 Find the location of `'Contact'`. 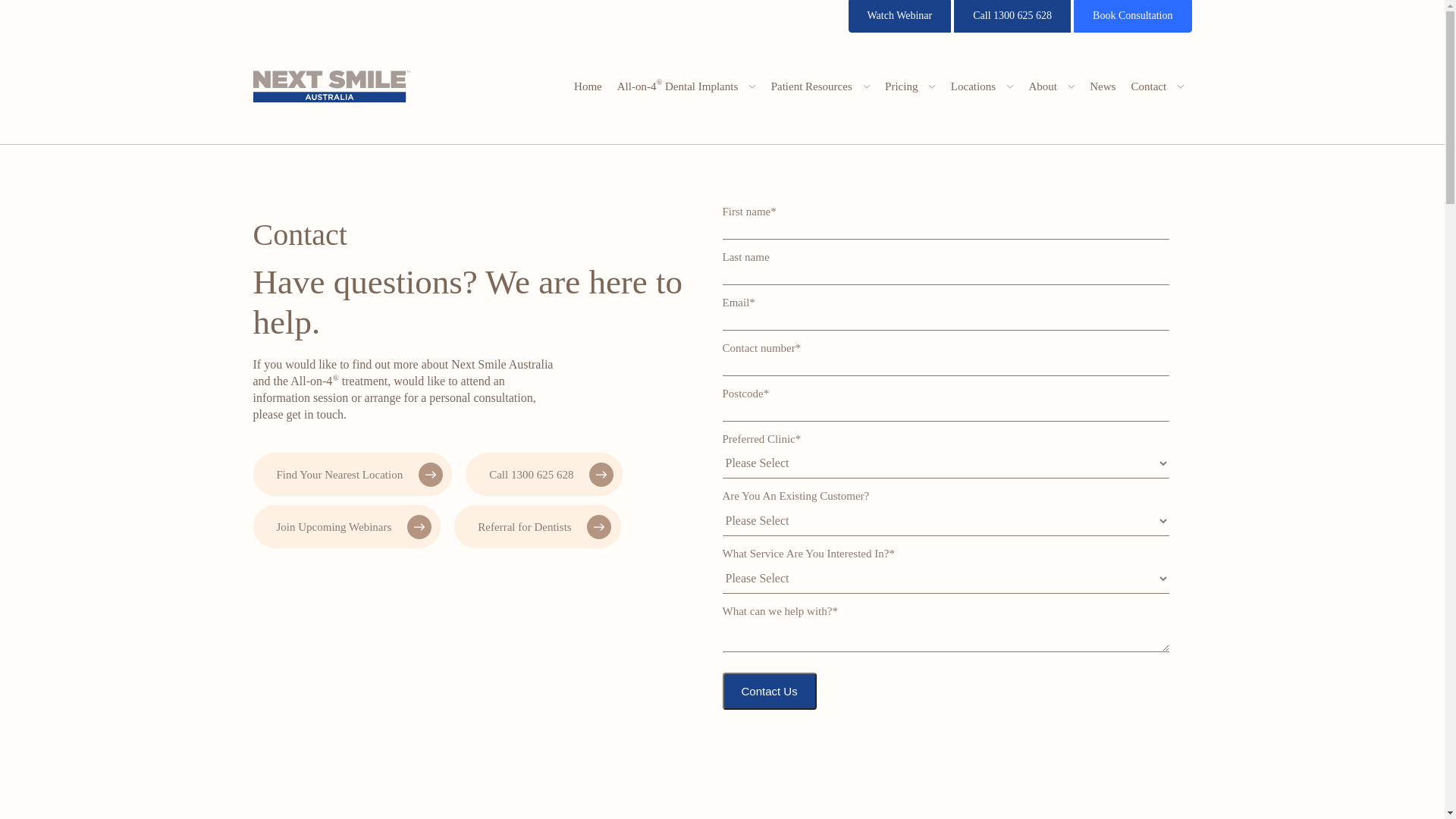

'Contact' is located at coordinates (1156, 86).